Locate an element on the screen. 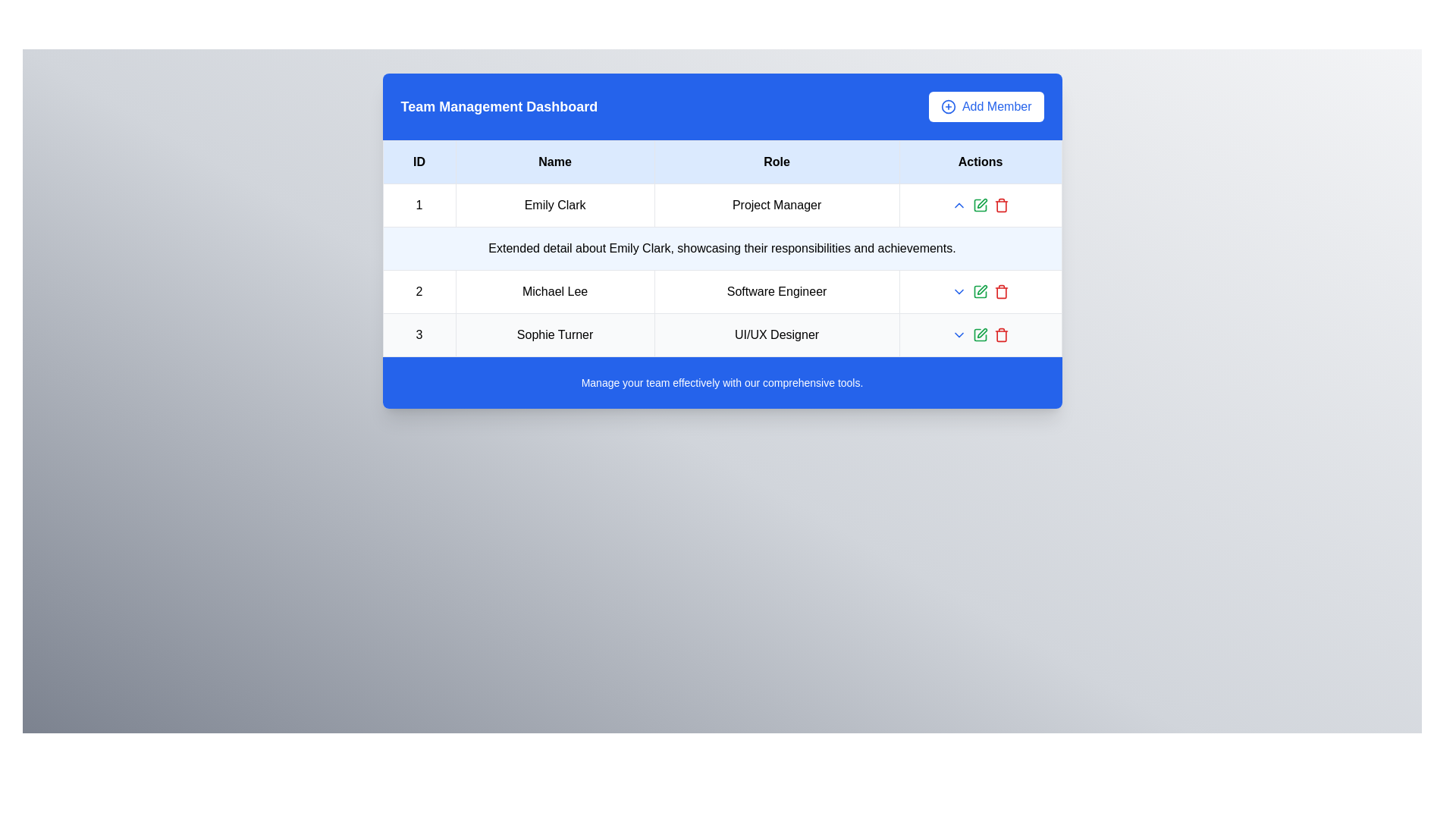  the SVG icon representing a functional button located in the 'Actions' column, which is situated to the left of the trash icon is located at coordinates (981, 292).